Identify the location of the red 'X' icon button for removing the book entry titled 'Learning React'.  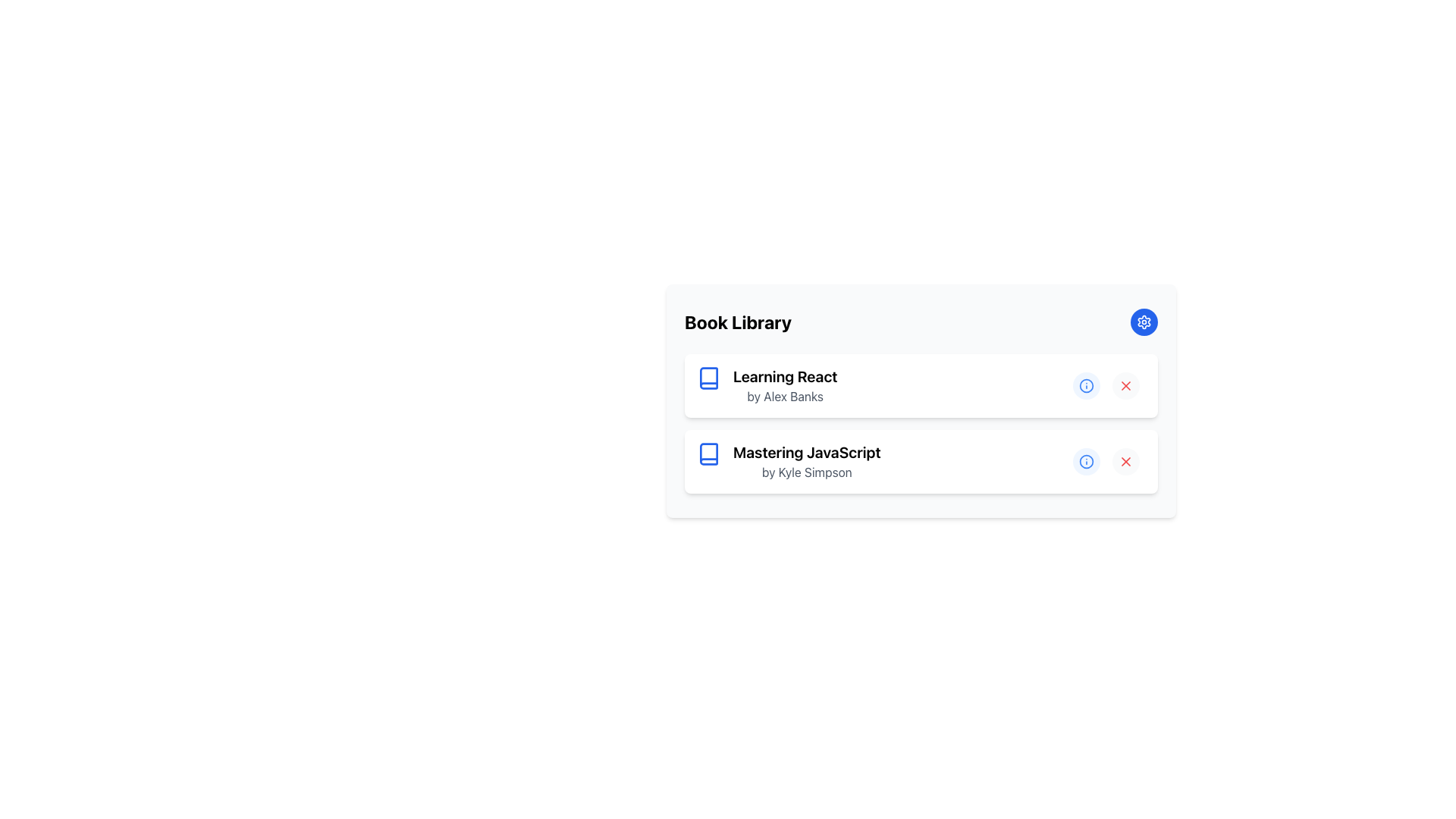
(1125, 385).